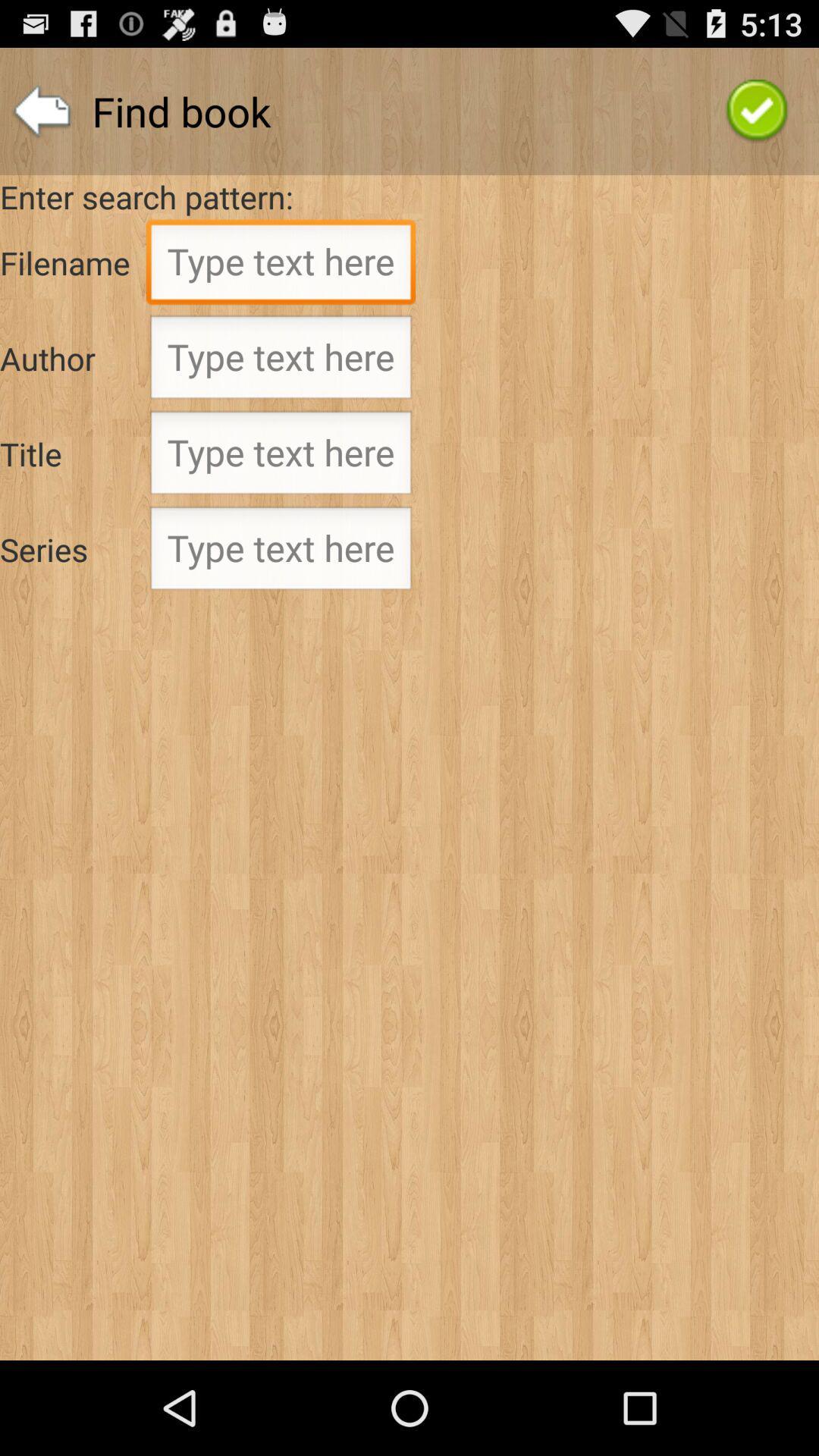  What do you see at coordinates (41, 118) in the screenshot?
I see `the arrow_backward icon` at bounding box center [41, 118].